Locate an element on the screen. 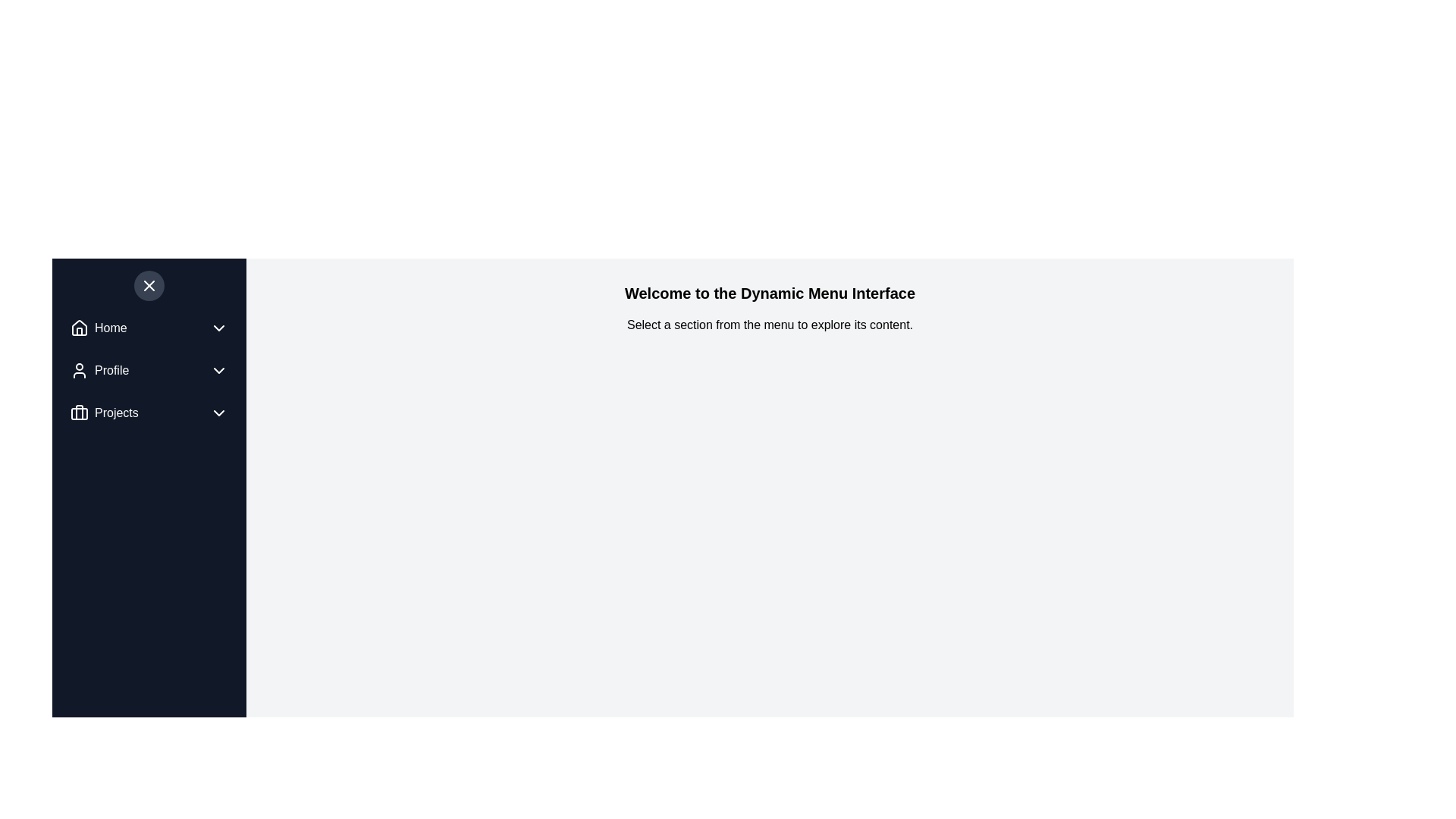 This screenshot has height=819, width=1456. the house icon's lower central rectangle, which symbolizes an opening or door within the 'Home' menu item on the left sidebar is located at coordinates (79, 331).